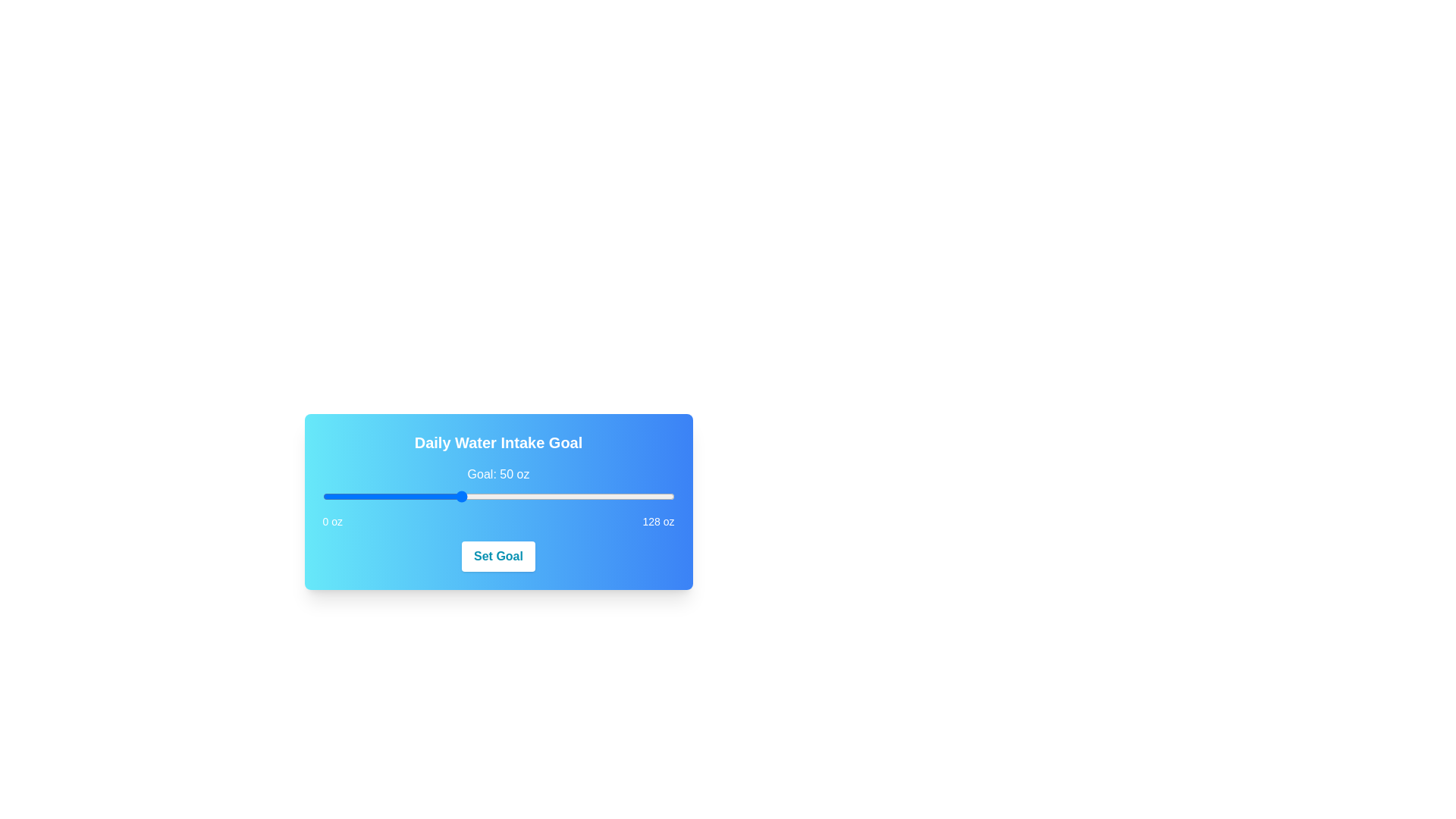  Describe the element at coordinates (670, 497) in the screenshot. I see `the slider to set the value to 127 oz` at that location.